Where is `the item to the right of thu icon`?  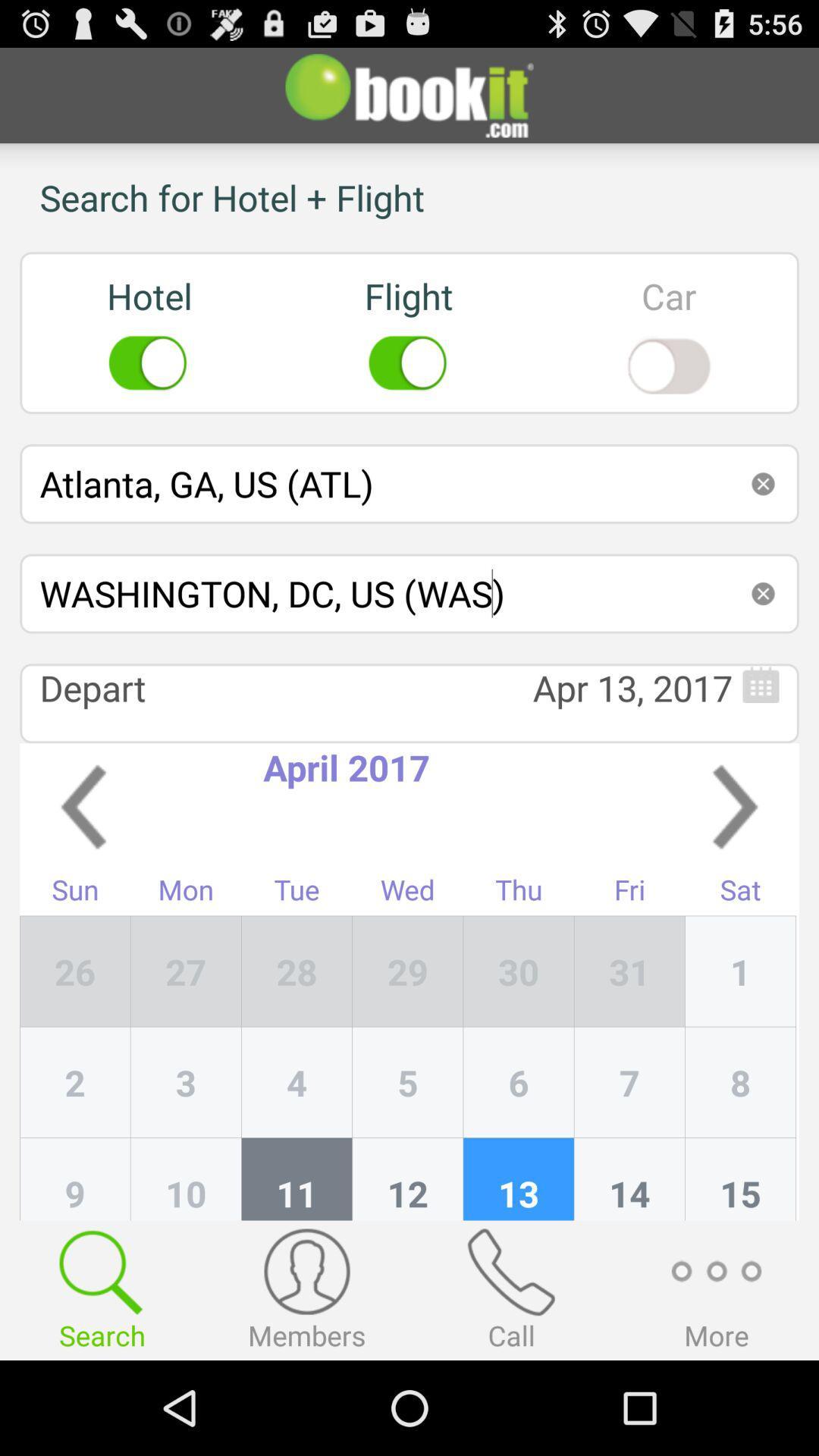
the item to the right of thu icon is located at coordinates (629, 971).